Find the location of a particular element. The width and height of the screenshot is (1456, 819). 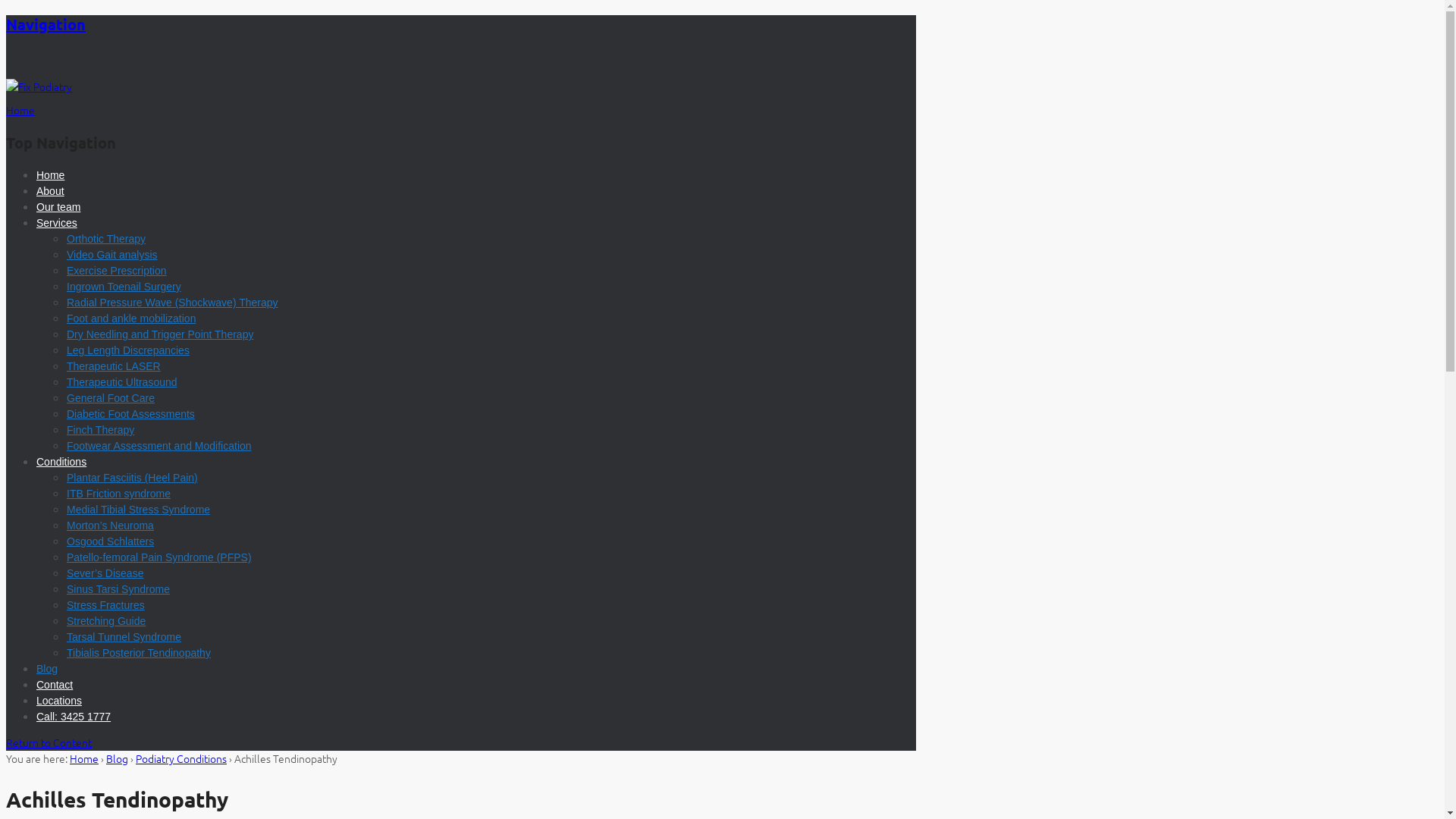

'ITB Friction syndrome' is located at coordinates (118, 494).